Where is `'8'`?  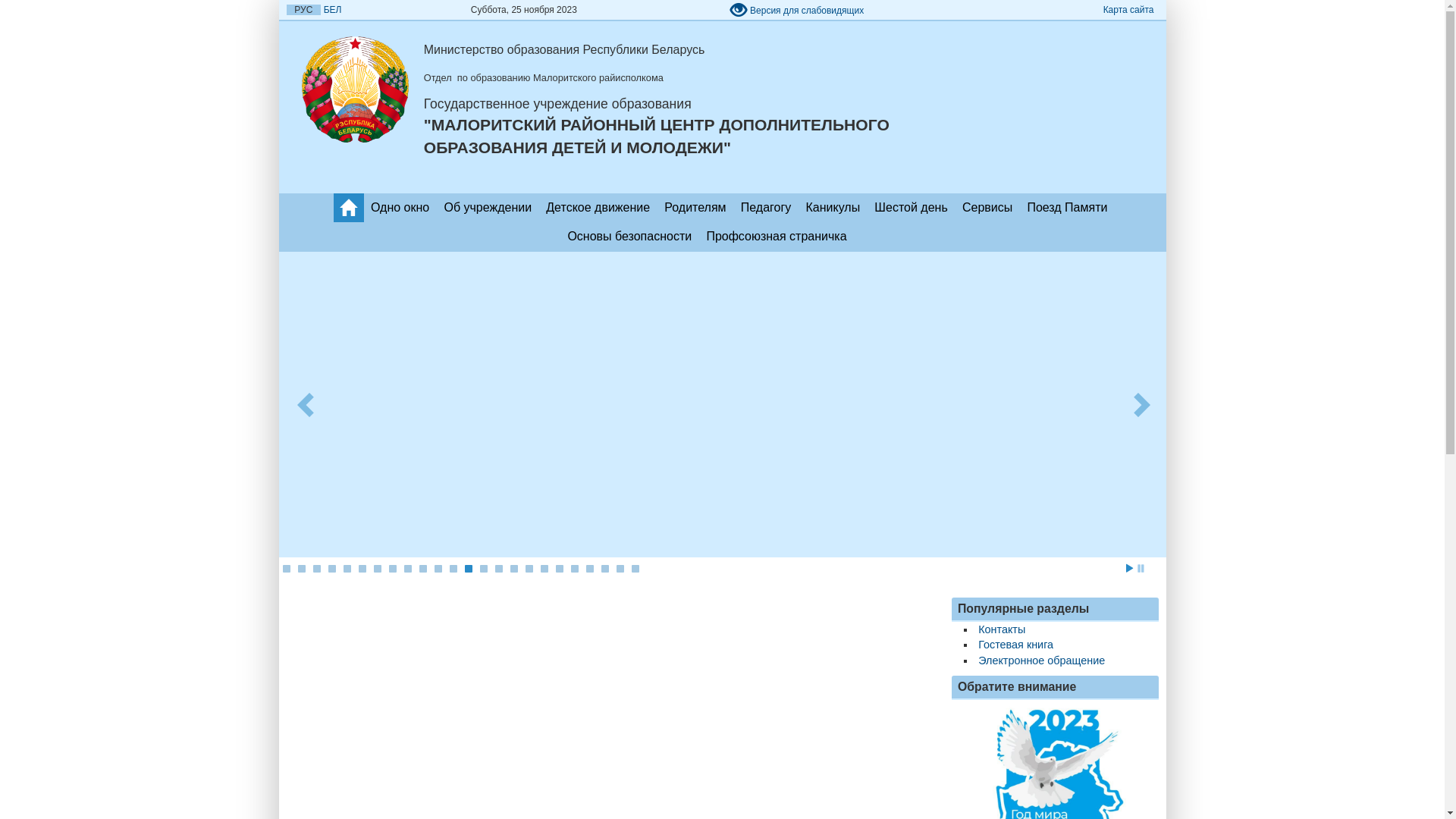 '8' is located at coordinates (392, 568).